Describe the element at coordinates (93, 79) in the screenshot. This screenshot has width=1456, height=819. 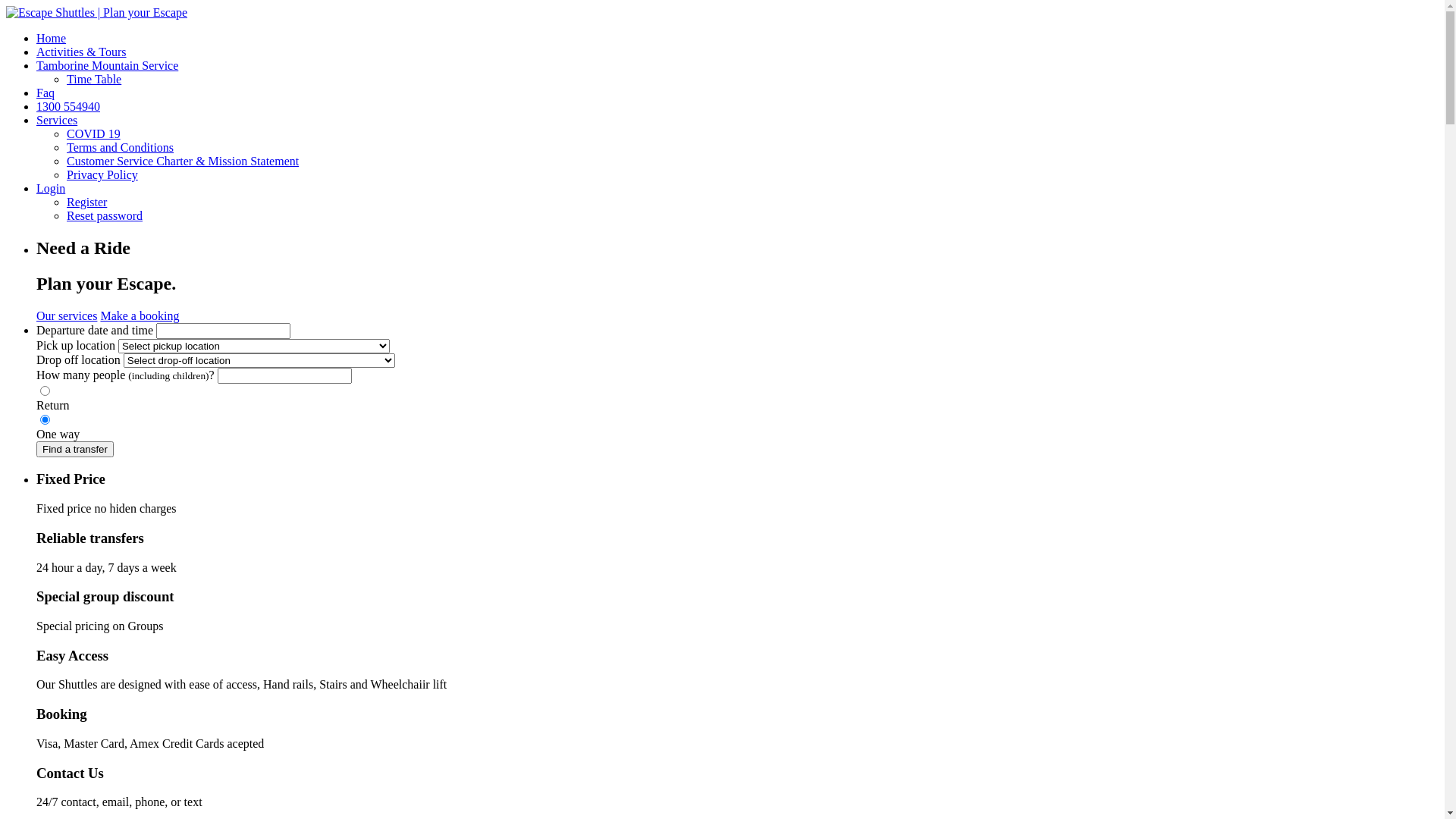
I see `'Time Table'` at that location.